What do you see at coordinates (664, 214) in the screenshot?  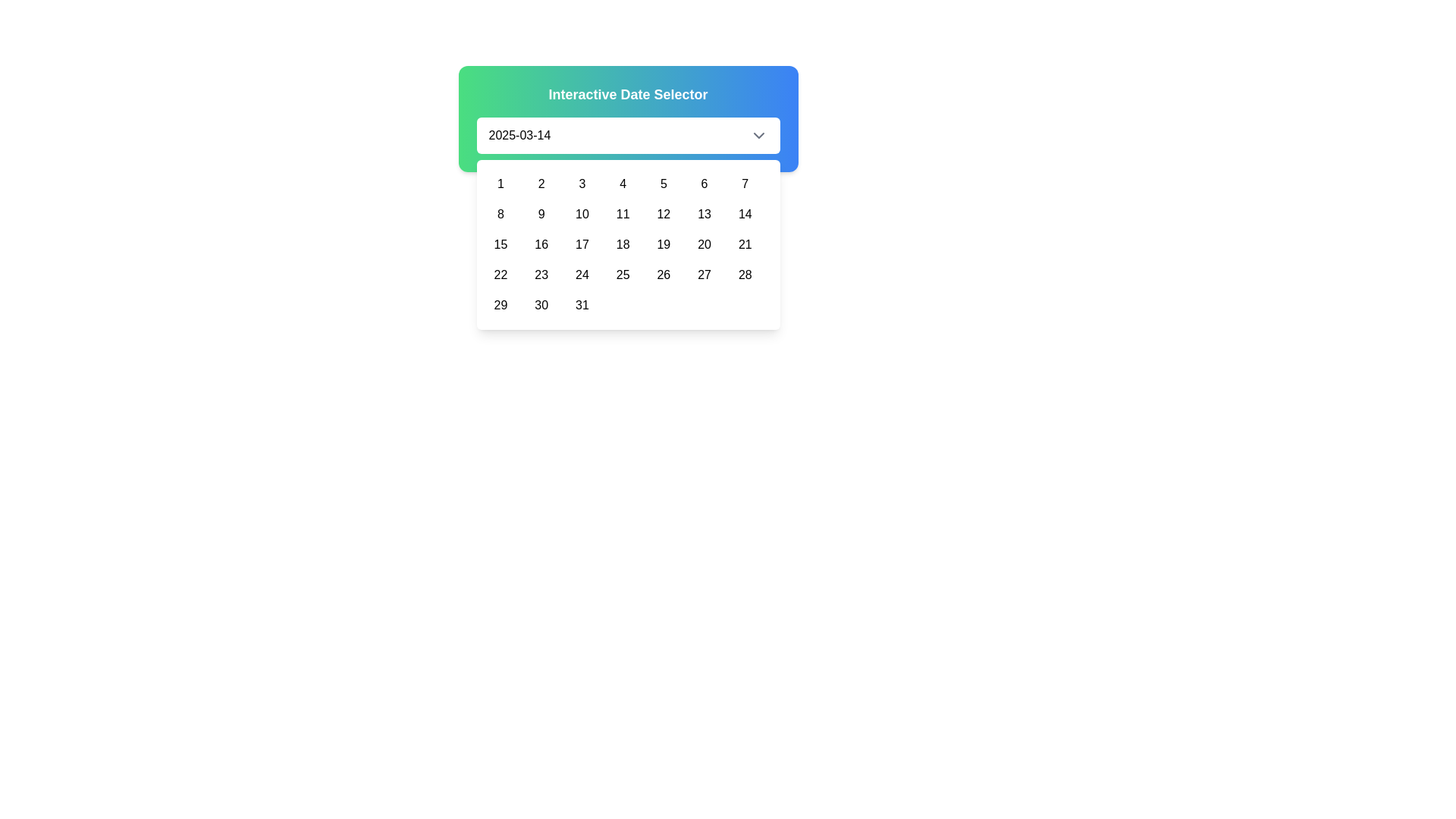 I see `the square button with the text '12' centered within it, located in the second row and fifth column of the grid layout` at bounding box center [664, 214].